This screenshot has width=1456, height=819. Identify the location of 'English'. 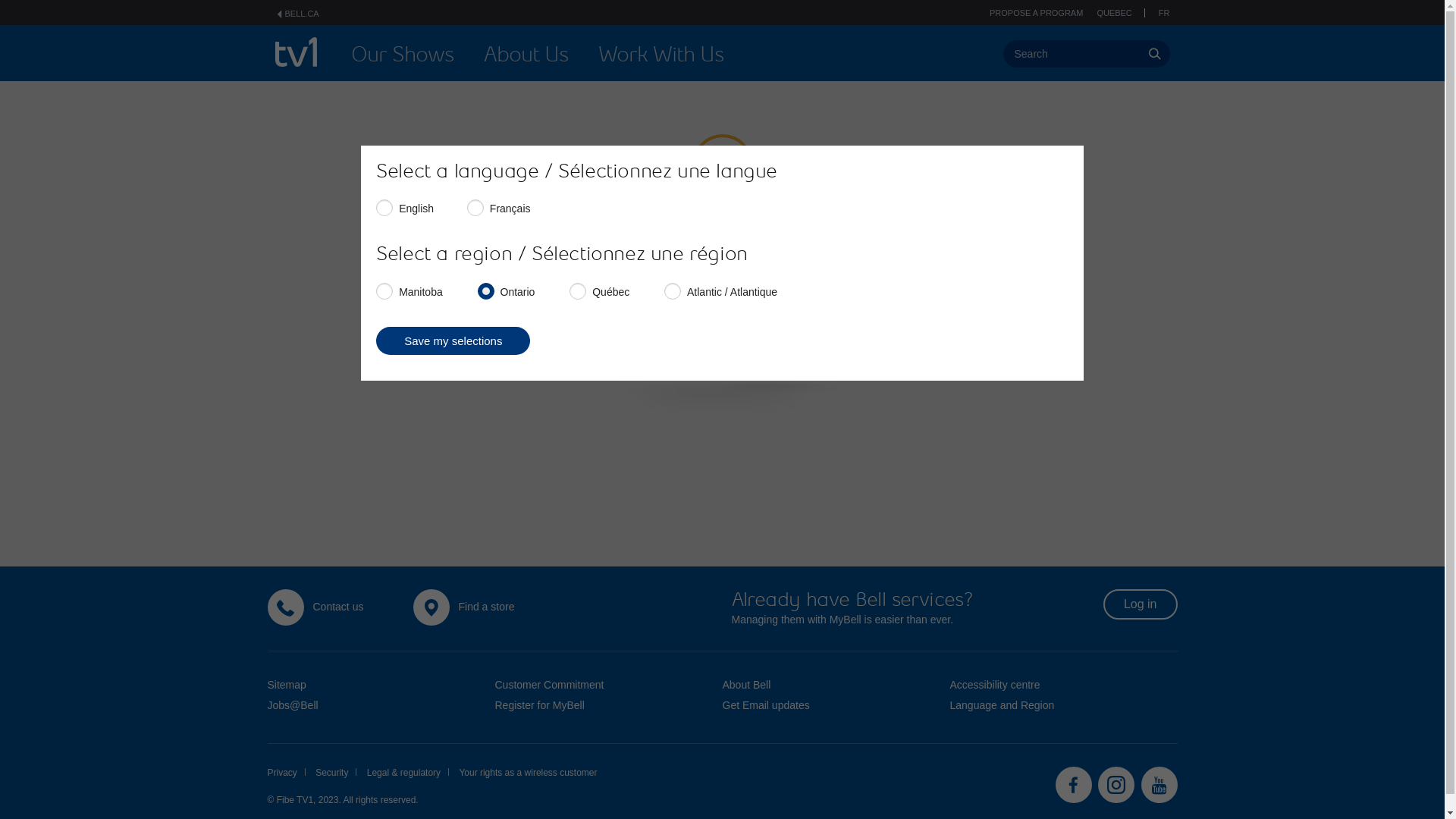
(381, 203).